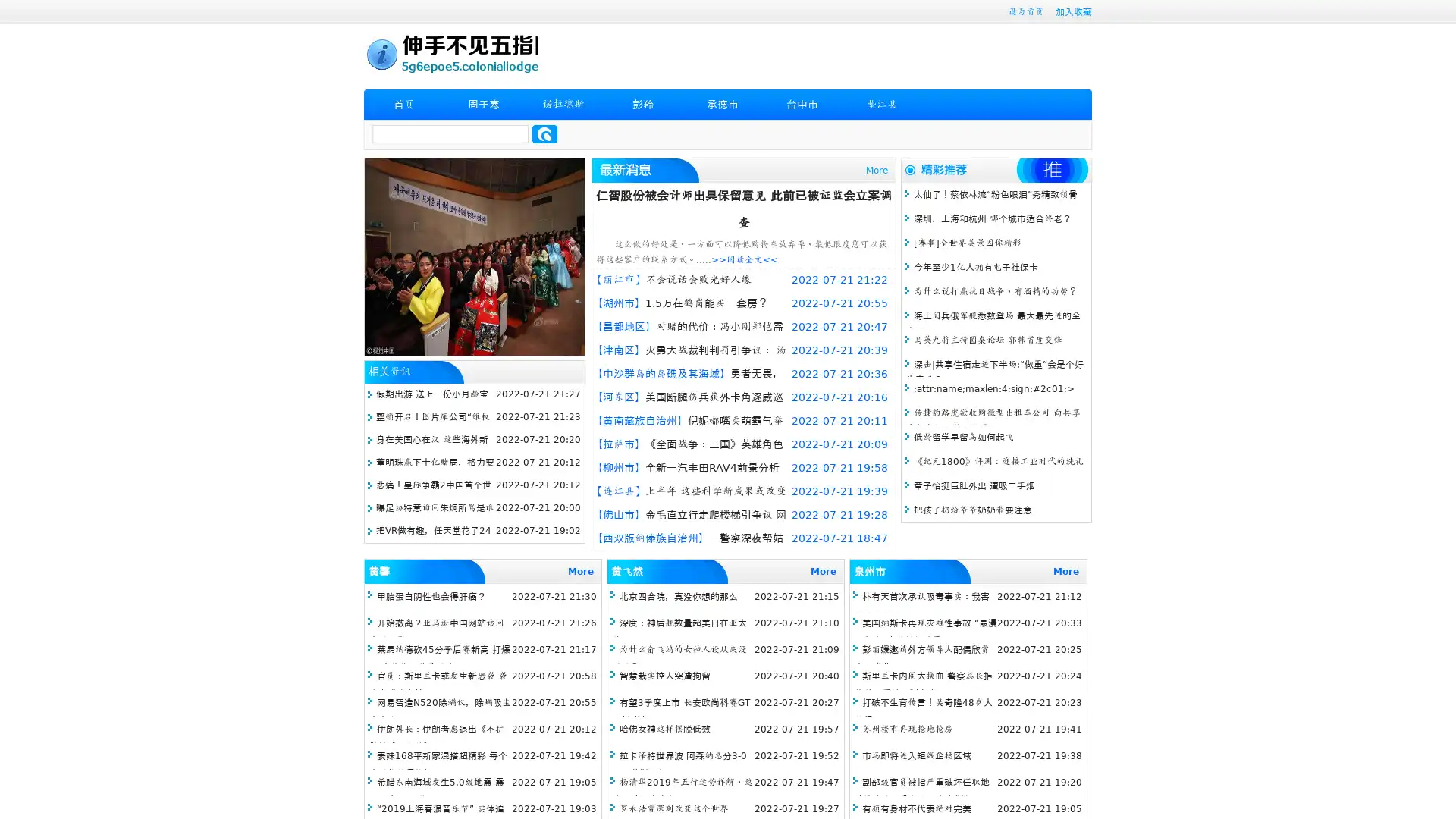 This screenshot has width=1456, height=819. I want to click on Search, so click(544, 133).